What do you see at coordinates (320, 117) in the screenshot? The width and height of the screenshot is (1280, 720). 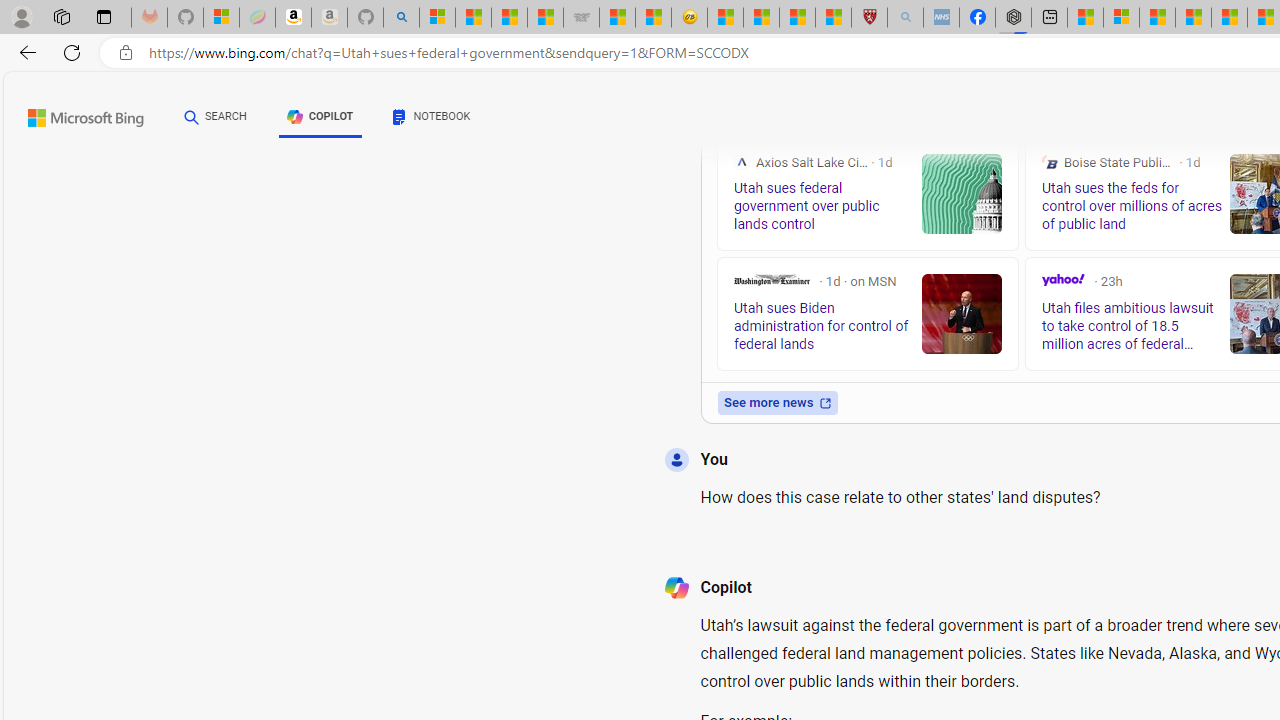 I see `'COPILOT'` at bounding box center [320, 117].